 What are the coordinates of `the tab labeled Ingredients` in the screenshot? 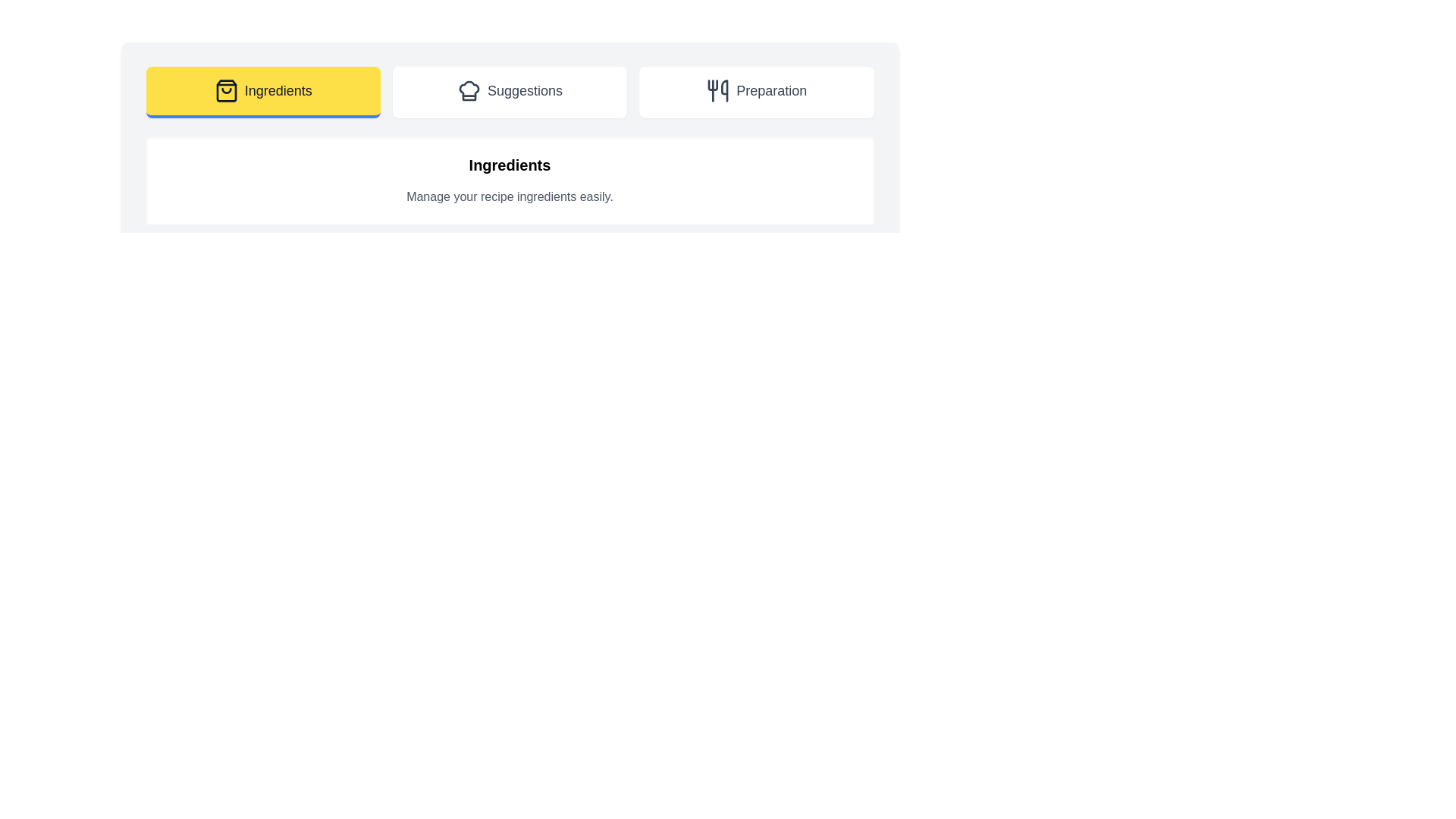 It's located at (262, 93).